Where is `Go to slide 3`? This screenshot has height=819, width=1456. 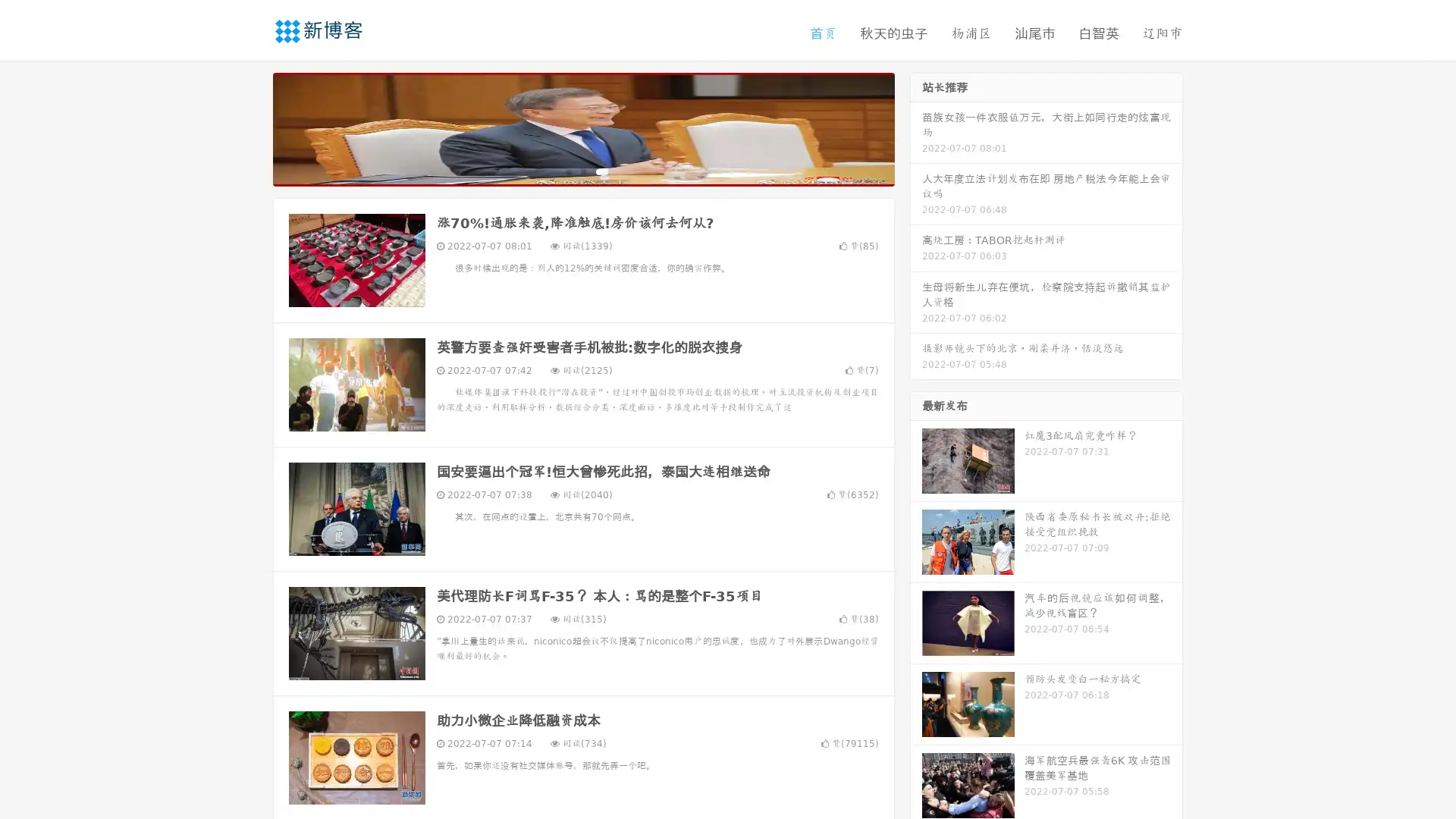
Go to slide 3 is located at coordinates (598, 171).